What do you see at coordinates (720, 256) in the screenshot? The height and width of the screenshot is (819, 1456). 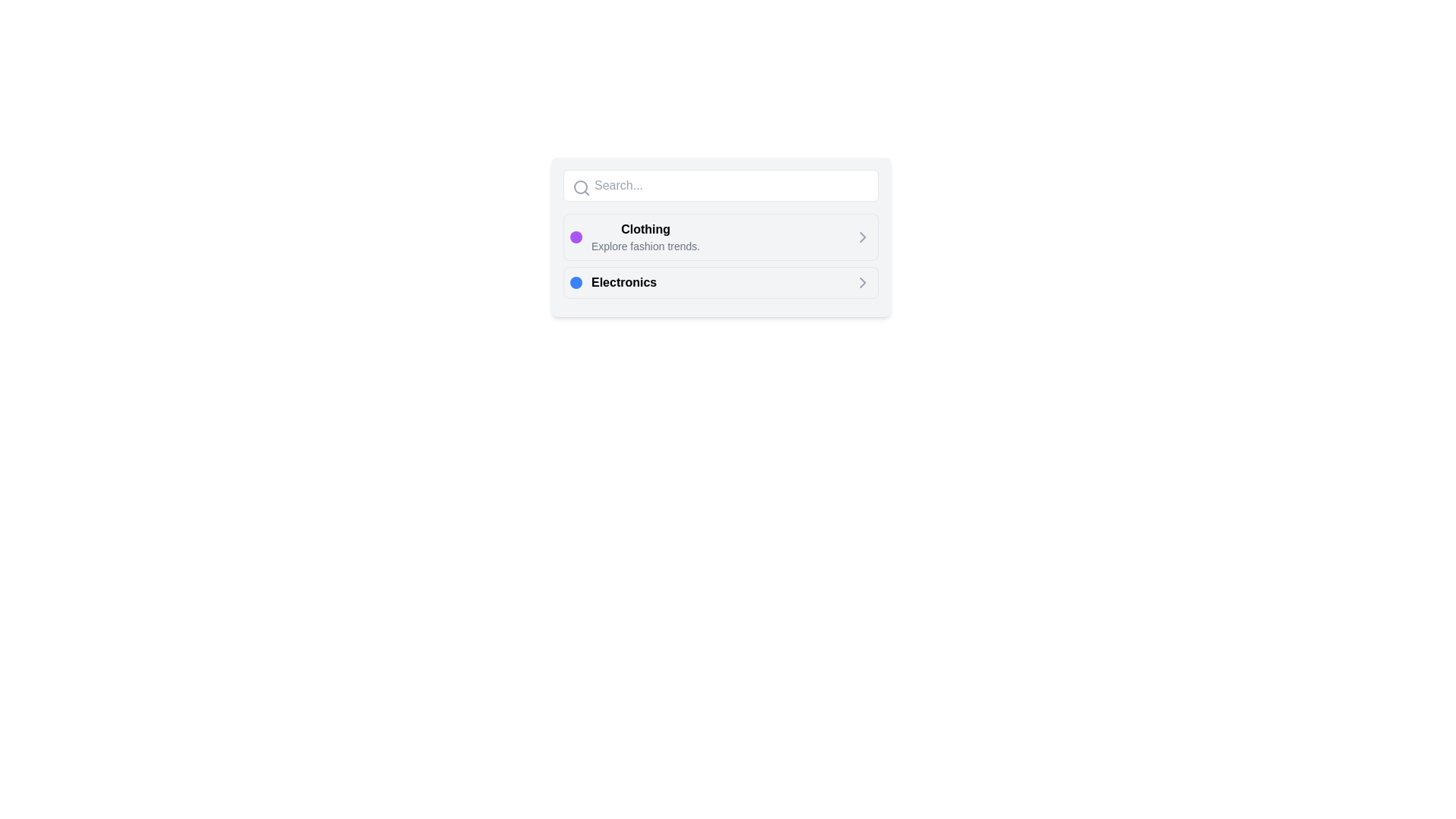 I see `the 'Clothing' button in the categorized menu` at bounding box center [720, 256].